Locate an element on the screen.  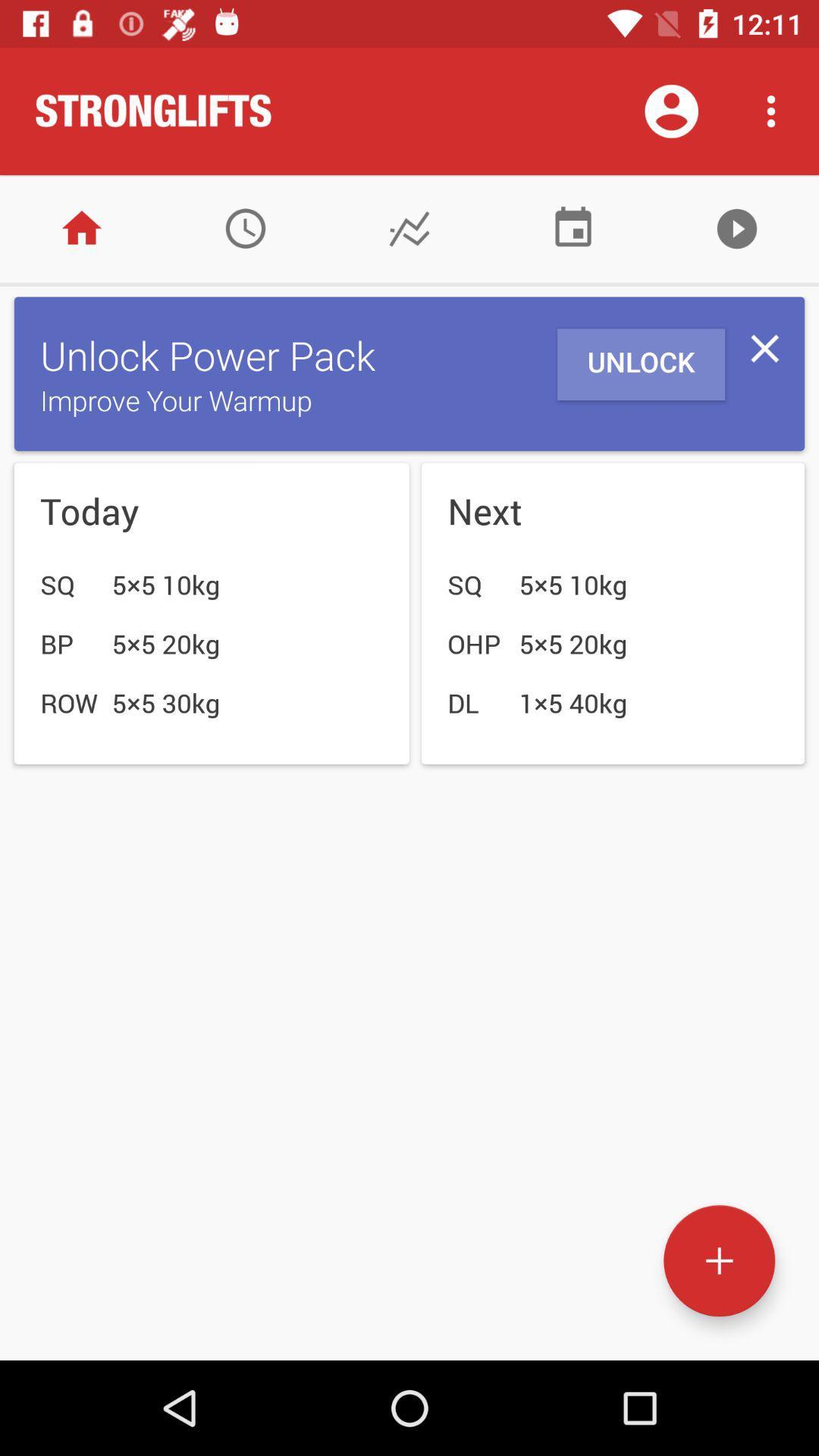
work out is located at coordinates (718, 1260).